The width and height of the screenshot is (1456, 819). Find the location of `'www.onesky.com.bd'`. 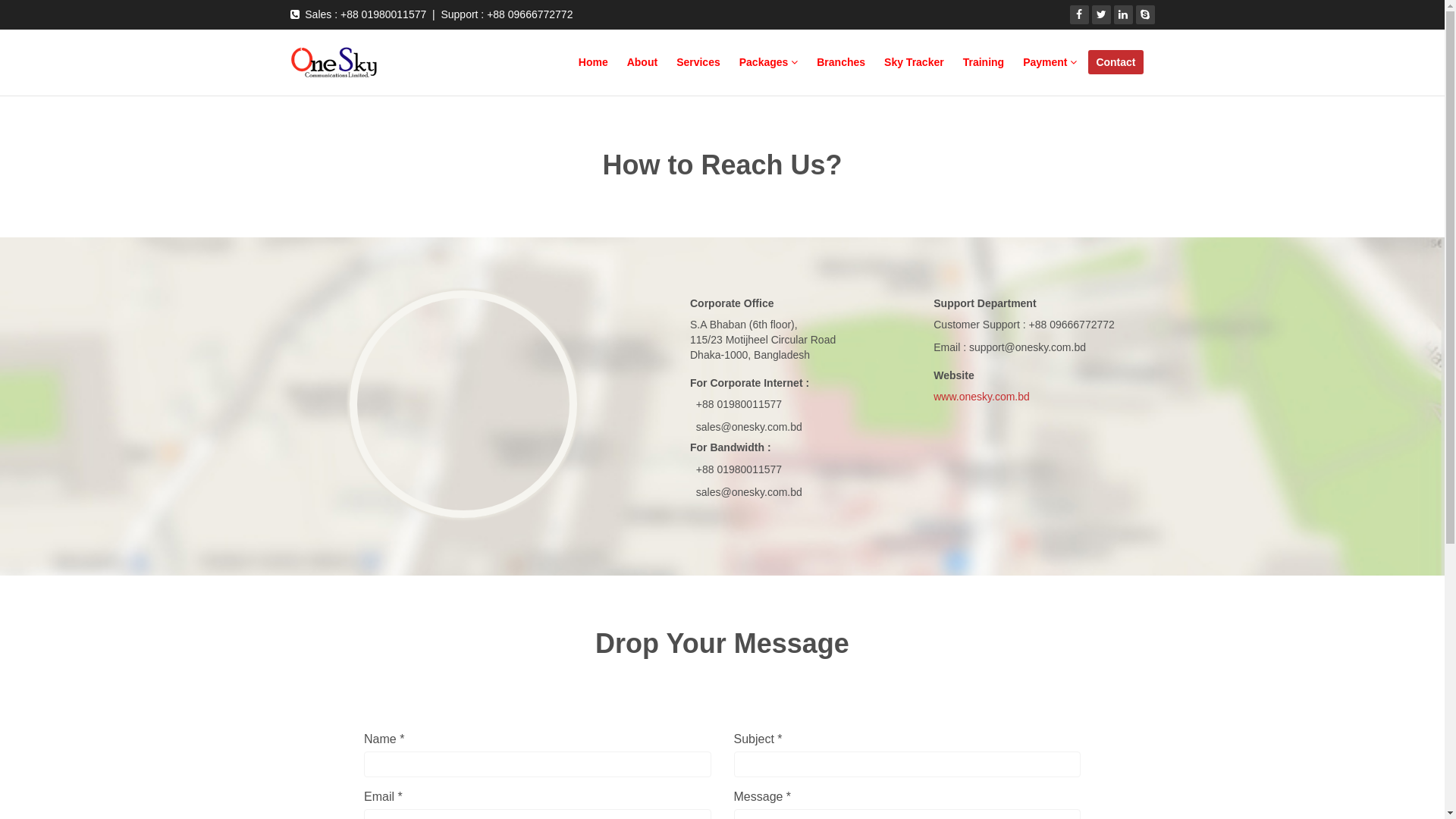

'www.onesky.com.bd' is located at coordinates (981, 396).